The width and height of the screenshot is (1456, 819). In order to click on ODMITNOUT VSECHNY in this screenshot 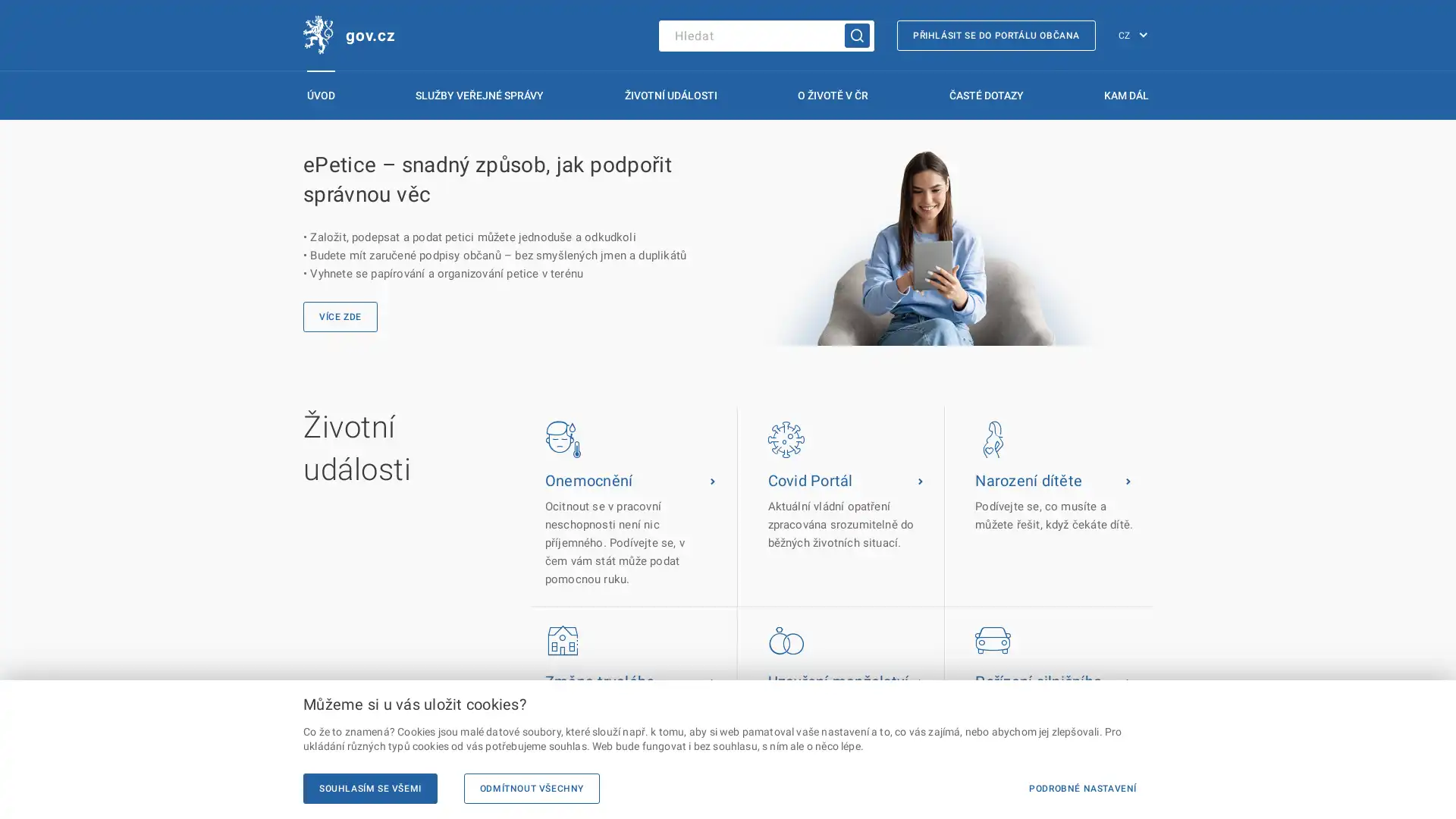, I will do `click(531, 788)`.